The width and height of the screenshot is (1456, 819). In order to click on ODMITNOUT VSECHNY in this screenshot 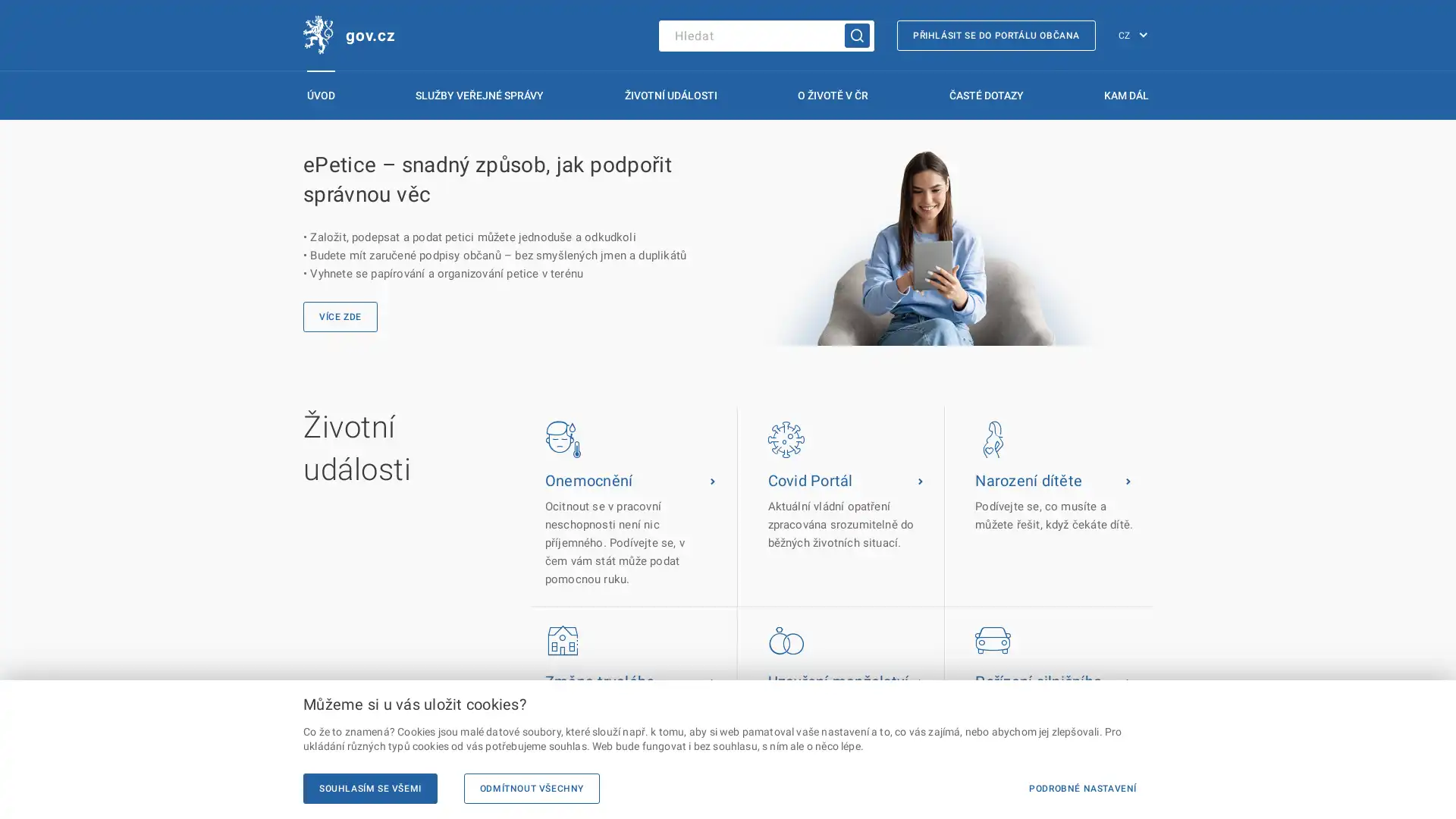, I will do `click(531, 788)`.